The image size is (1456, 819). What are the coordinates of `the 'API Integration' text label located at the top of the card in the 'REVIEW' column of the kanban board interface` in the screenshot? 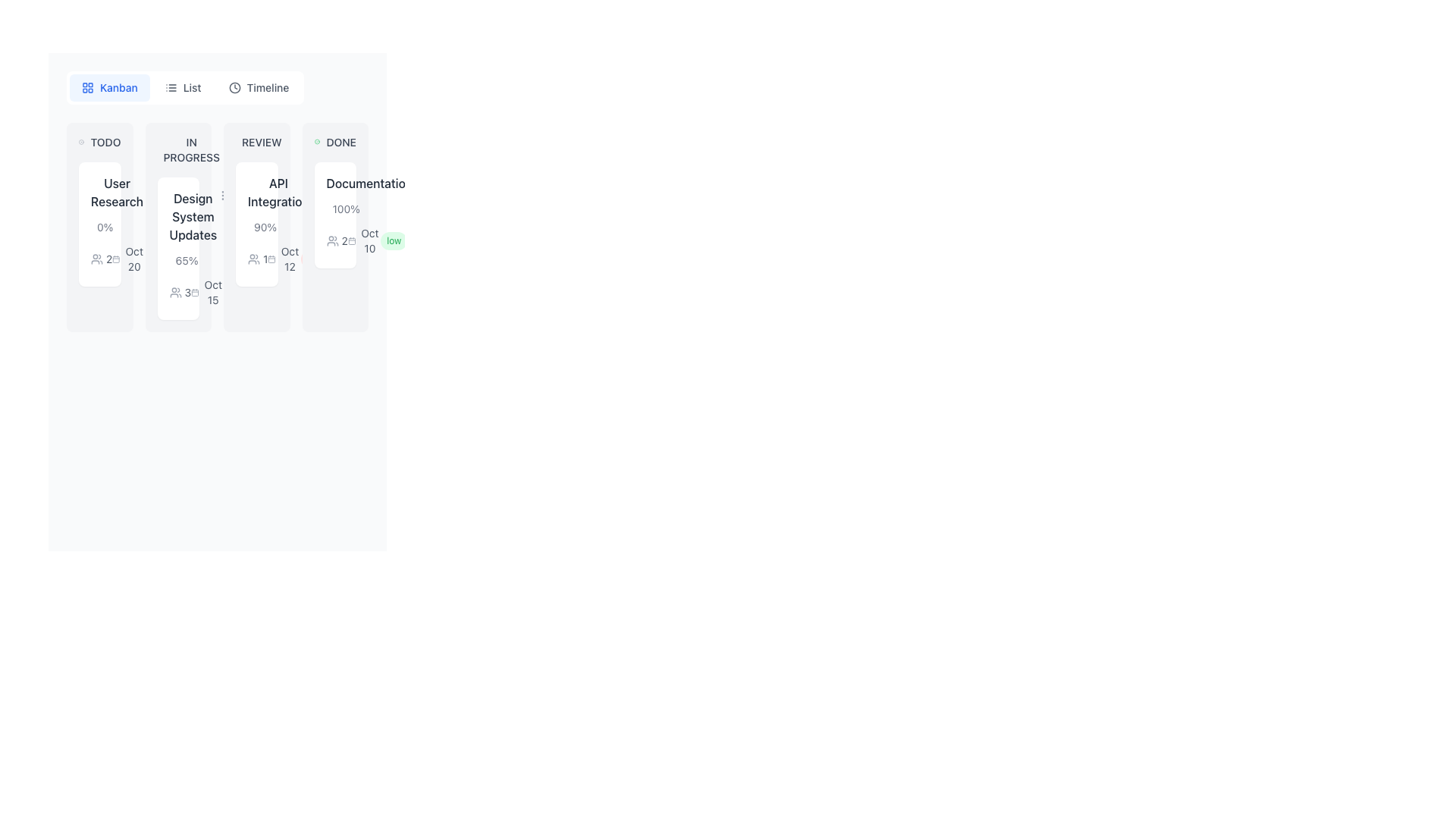 It's located at (278, 192).